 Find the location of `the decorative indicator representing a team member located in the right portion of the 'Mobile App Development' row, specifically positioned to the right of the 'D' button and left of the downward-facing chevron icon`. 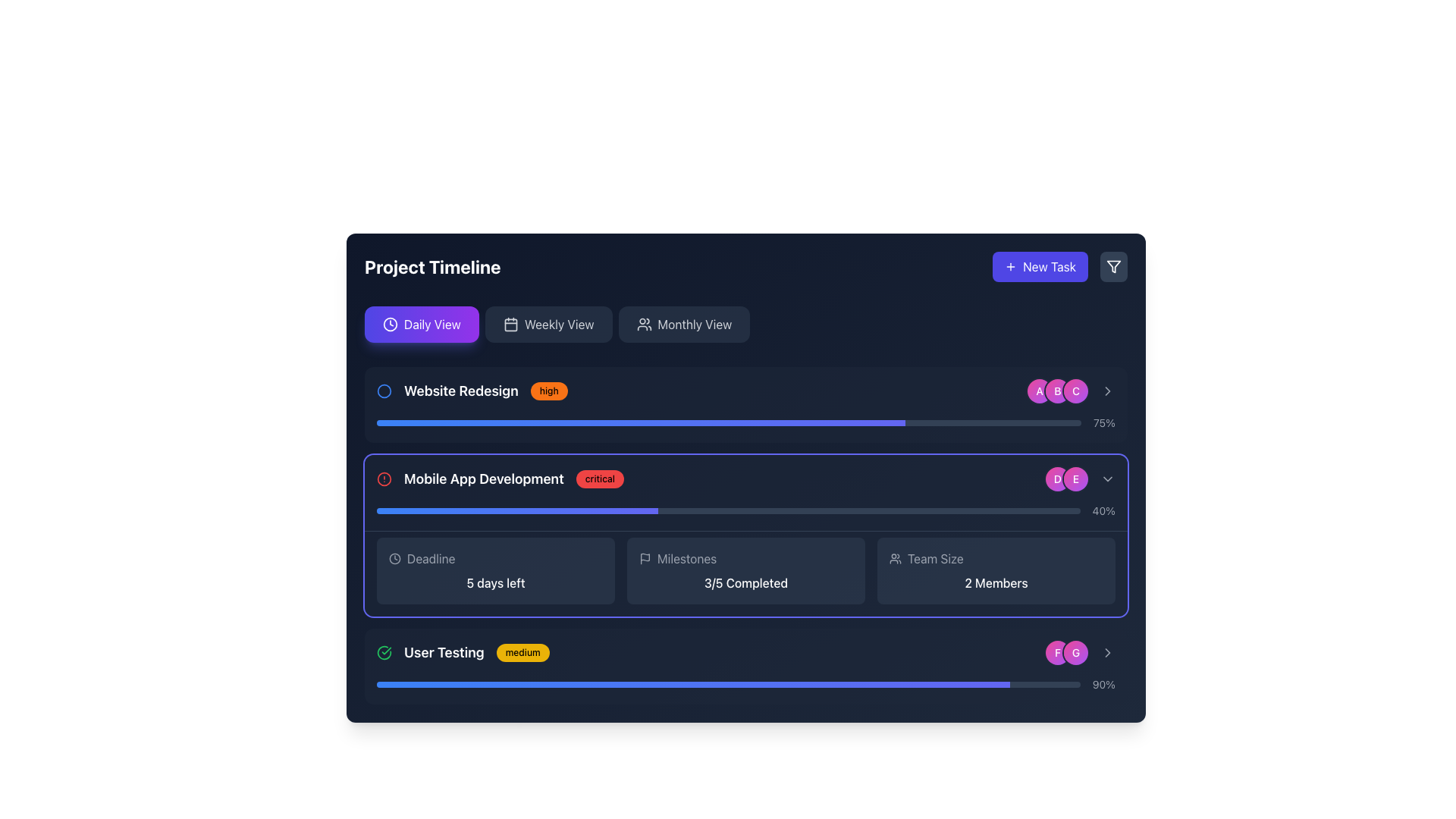

the decorative indicator representing a team member located in the right portion of the 'Mobile App Development' row, specifically positioned to the right of the 'D' button and left of the downward-facing chevron icon is located at coordinates (1080, 479).